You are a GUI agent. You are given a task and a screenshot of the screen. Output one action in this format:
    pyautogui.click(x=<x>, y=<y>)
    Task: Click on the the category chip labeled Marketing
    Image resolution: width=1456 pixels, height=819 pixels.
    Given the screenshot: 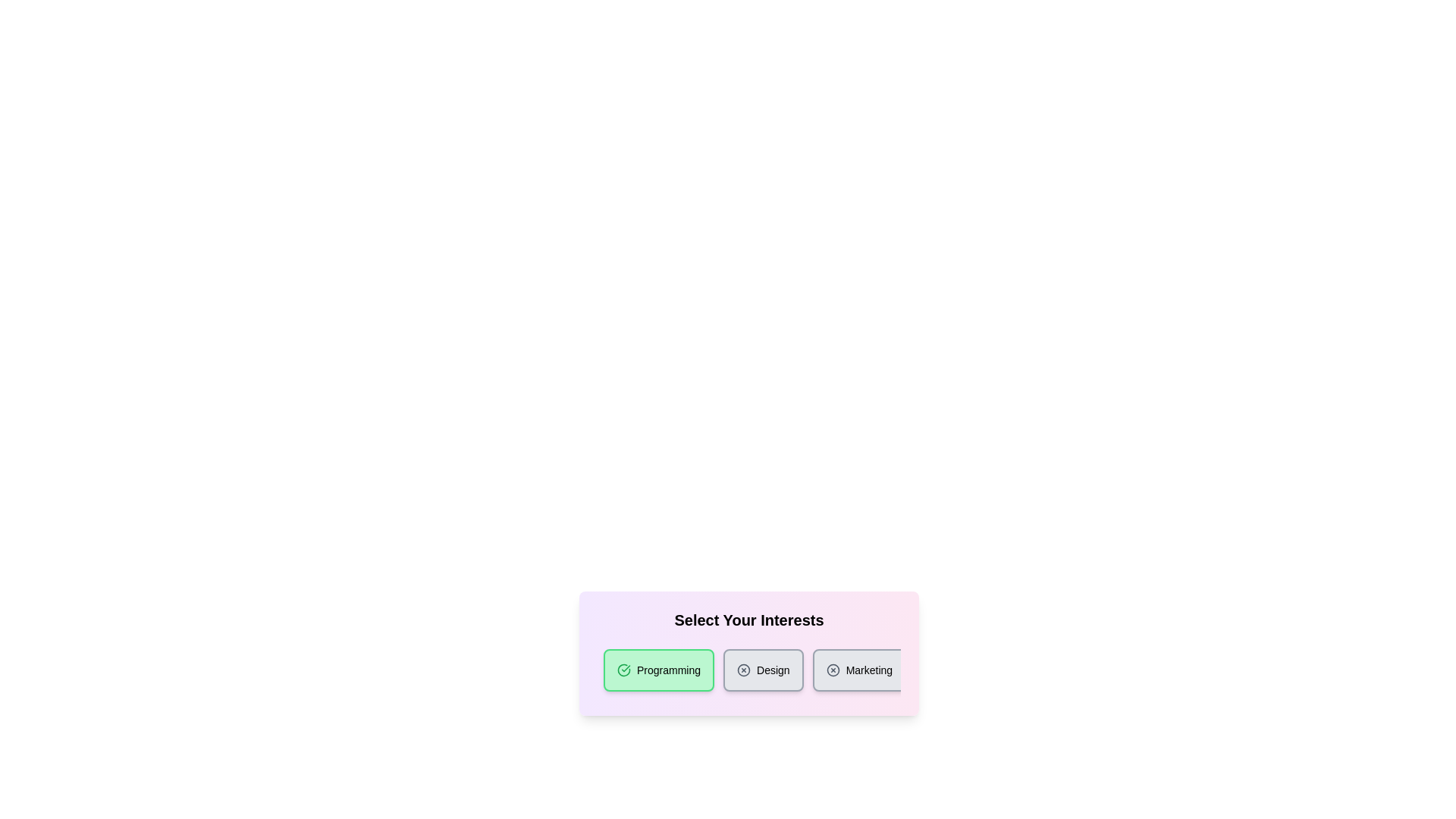 What is the action you would take?
    pyautogui.click(x=858, y=669)
    